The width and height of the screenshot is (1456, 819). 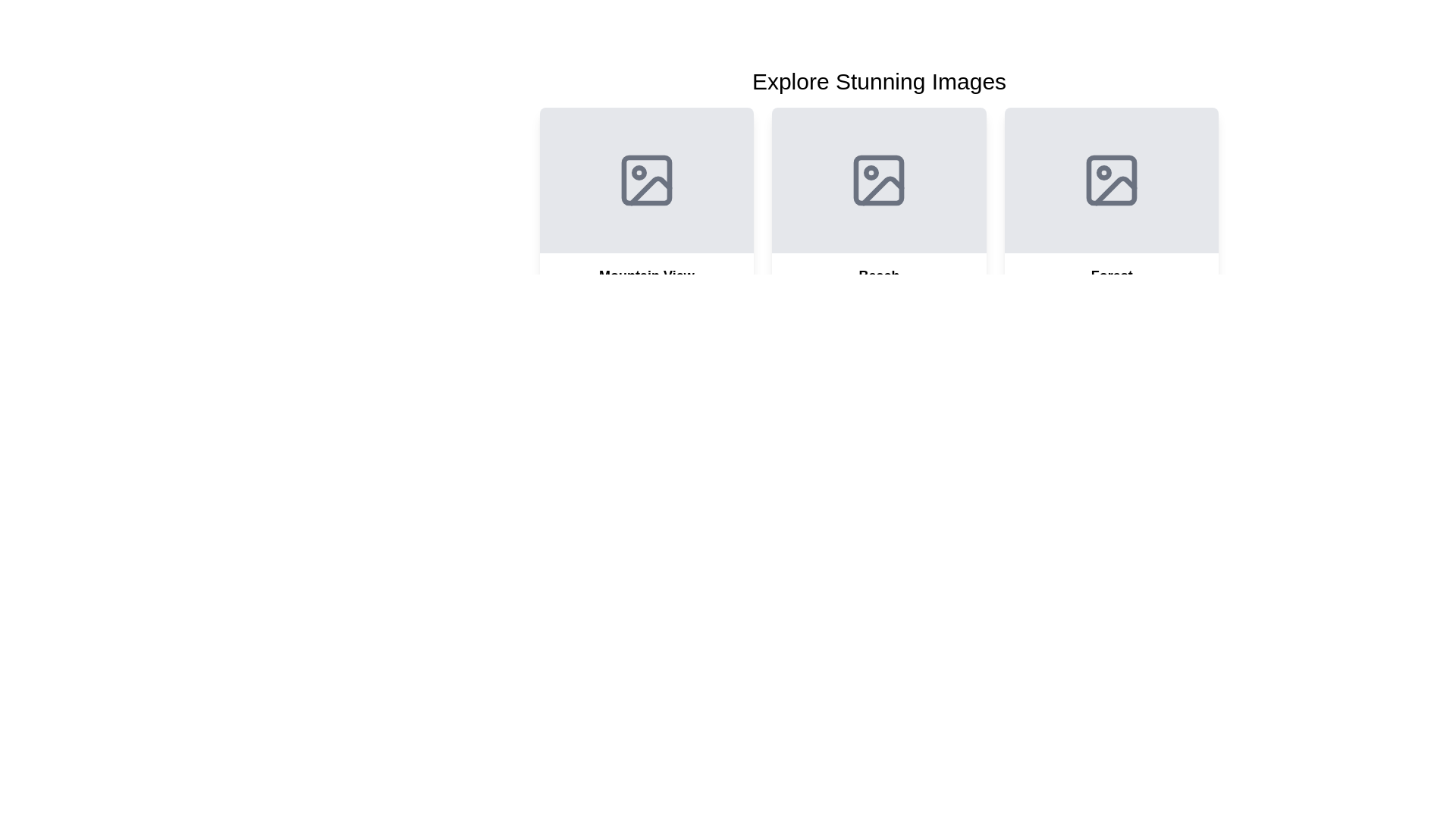 What do you see at coordinates (1112, 180) in the screenshot?
I see `the 'Forest' SVG icon, which is a picture frame with a gray color and is the rightmost icon in a row of three` at bounding box center [1112, 180].